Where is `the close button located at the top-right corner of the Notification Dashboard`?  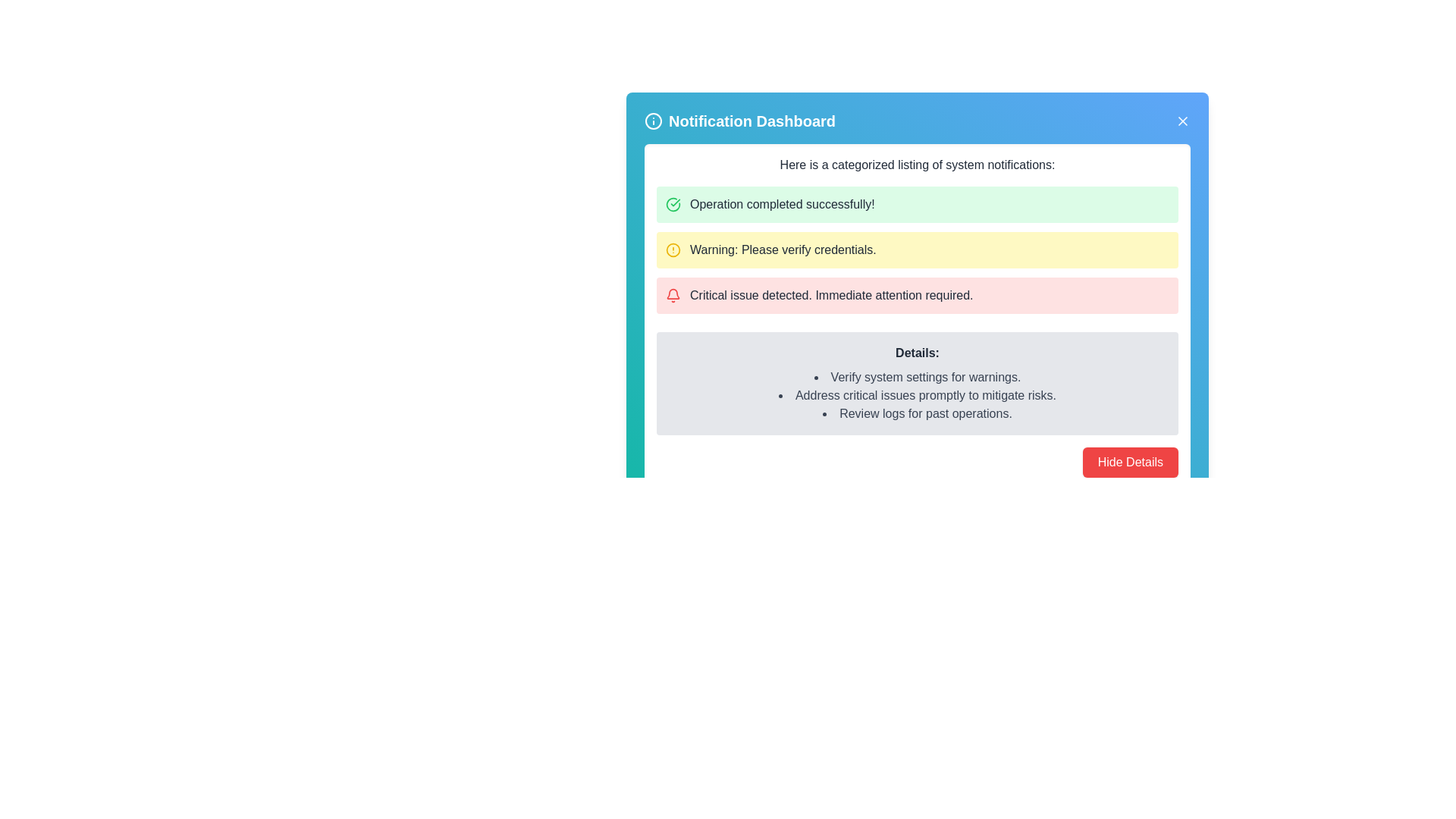
the close button located at the top-right corner of the Notification Dashboard is located at coordinates (1182, 120).